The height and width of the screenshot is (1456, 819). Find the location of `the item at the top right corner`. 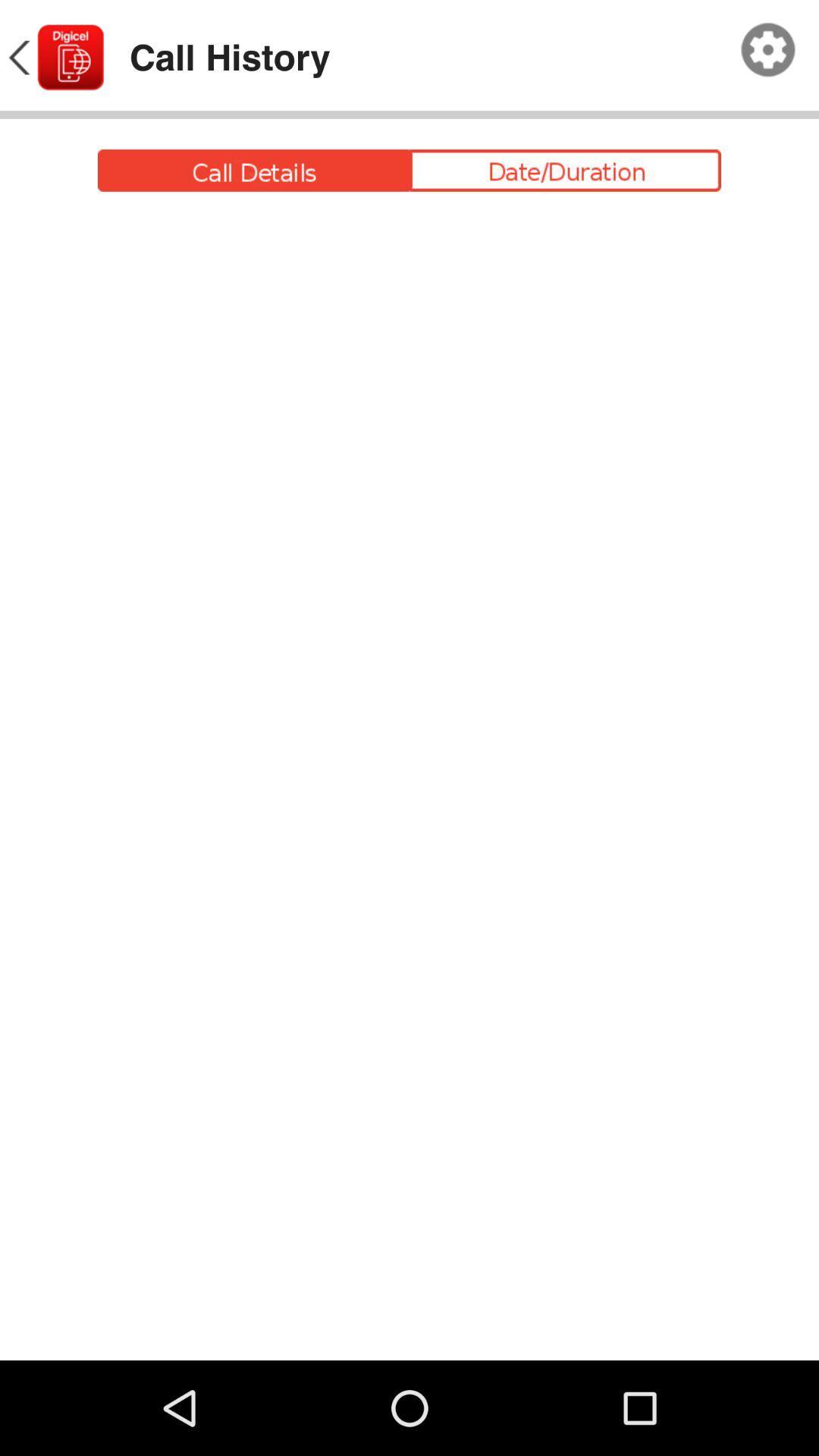

the item at the top right corner is located at coordinates (768, 50).